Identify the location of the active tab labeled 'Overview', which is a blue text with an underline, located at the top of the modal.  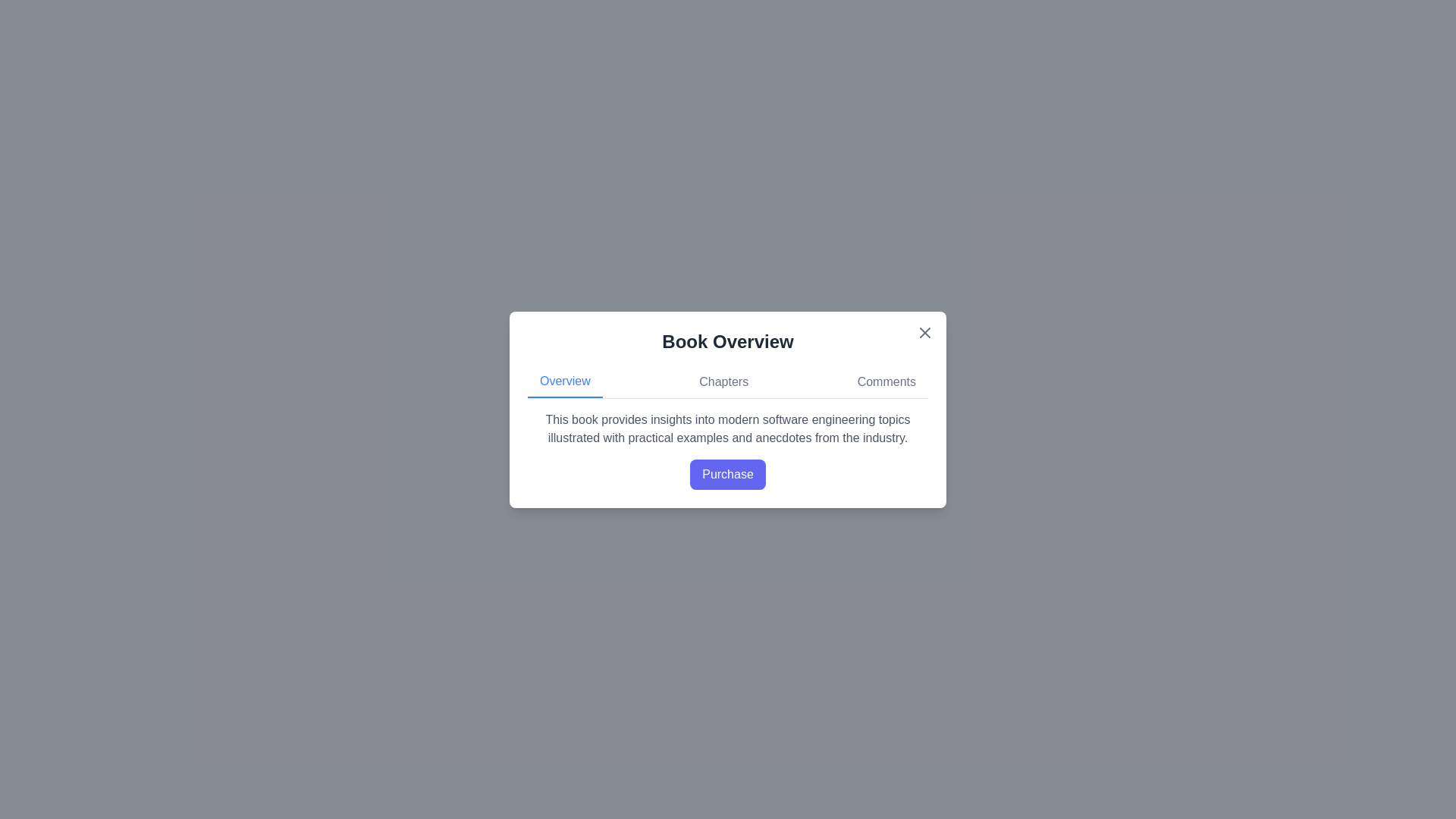
(564, 381).